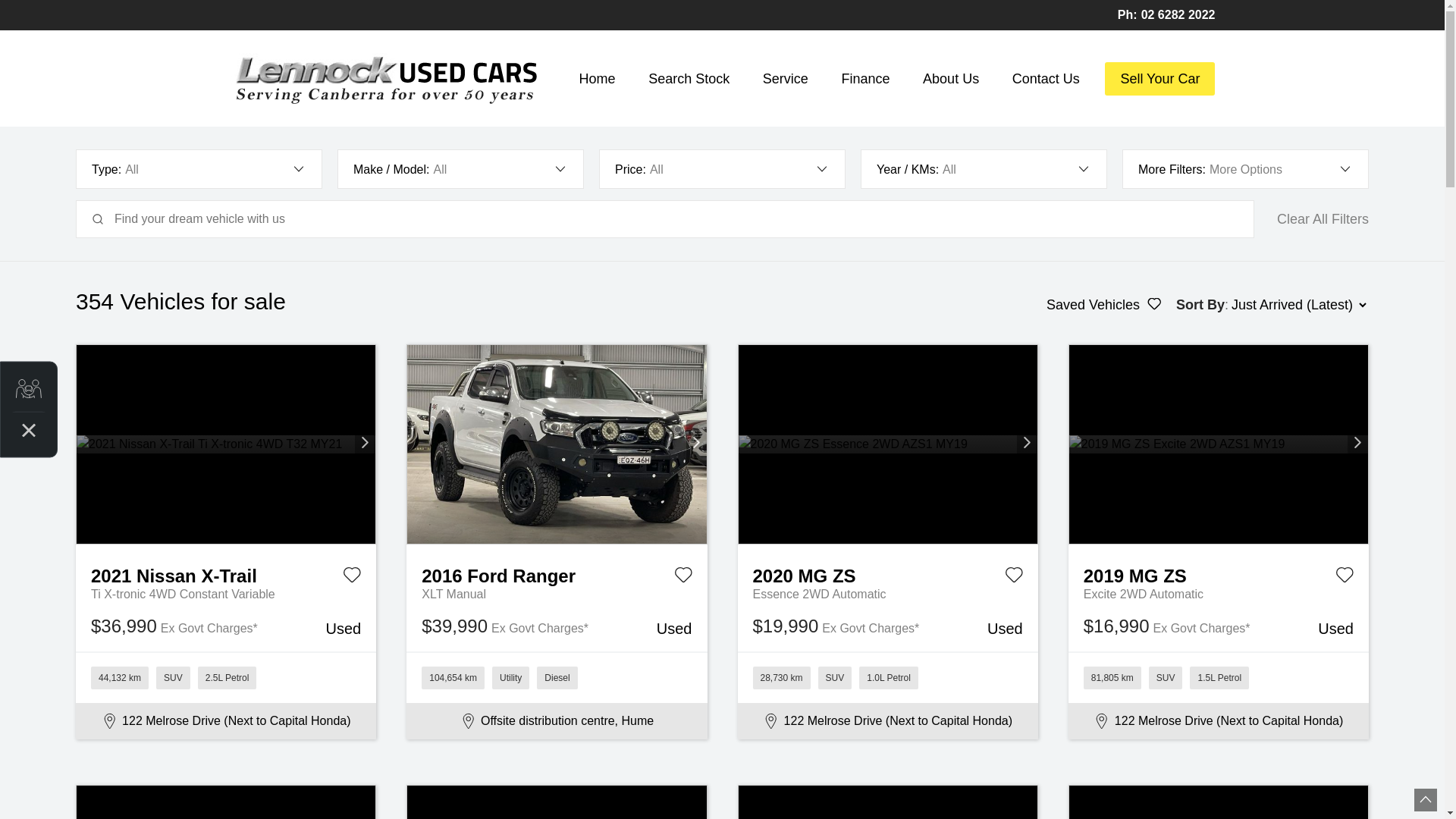  Describe the element at coordinates (786, 79) in the screenshot. I see `'Service'` at that location.